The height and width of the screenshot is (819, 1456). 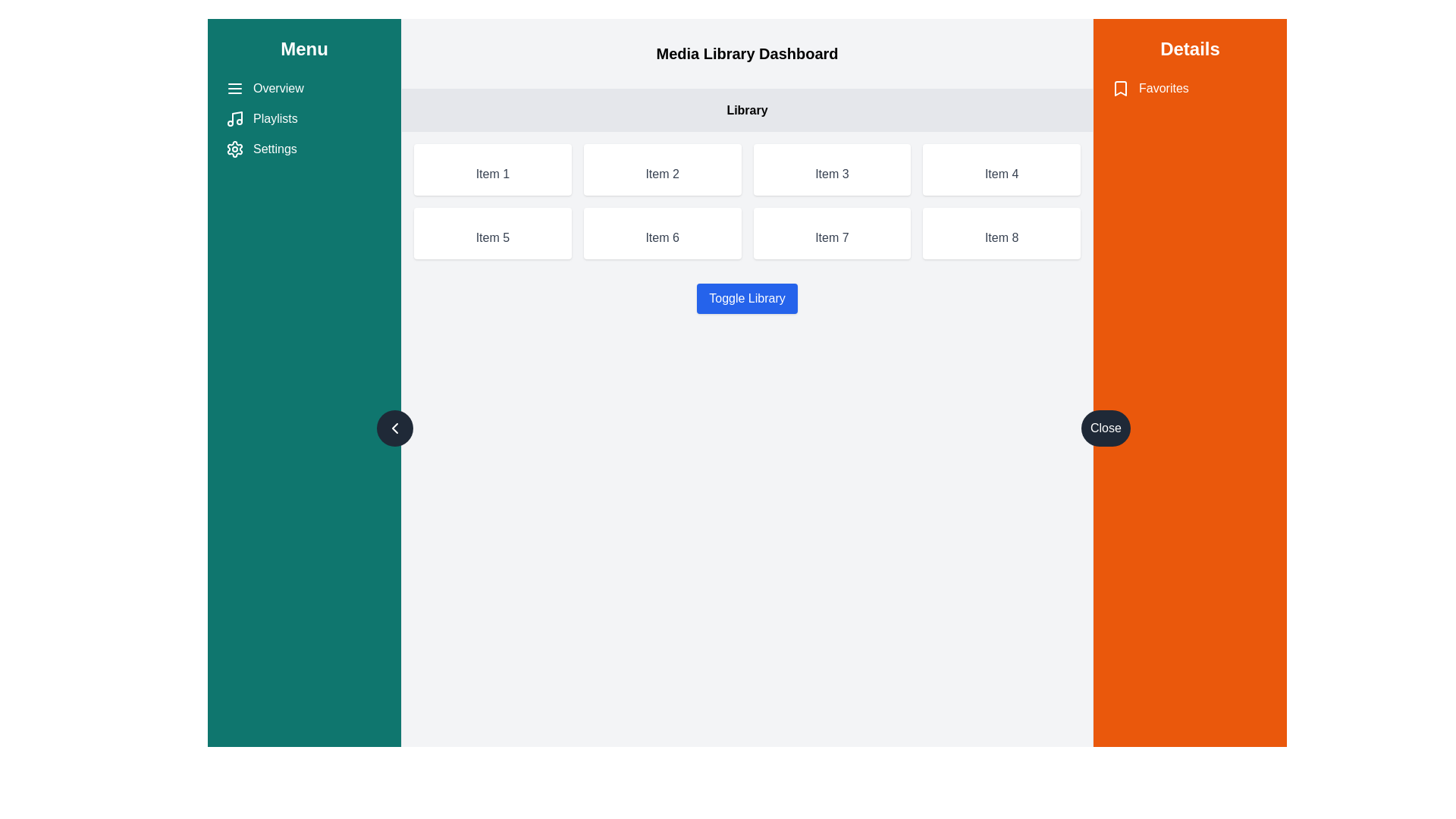 What do you see at coordinates (303, 49) in the screenshot?
I see `the Text label or heading in the left sidebar that indicates the section's purpose, positioned at the upper part of the sidebar` at bounding box center [303, 49].